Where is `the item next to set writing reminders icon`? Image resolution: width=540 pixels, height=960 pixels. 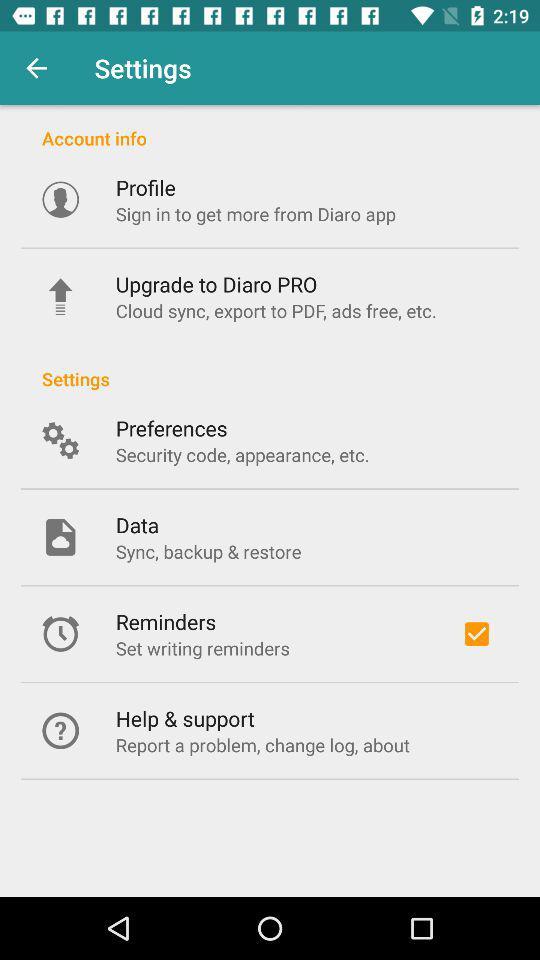
the item next to set writing reminders icon is located at coordinates (475, 633).